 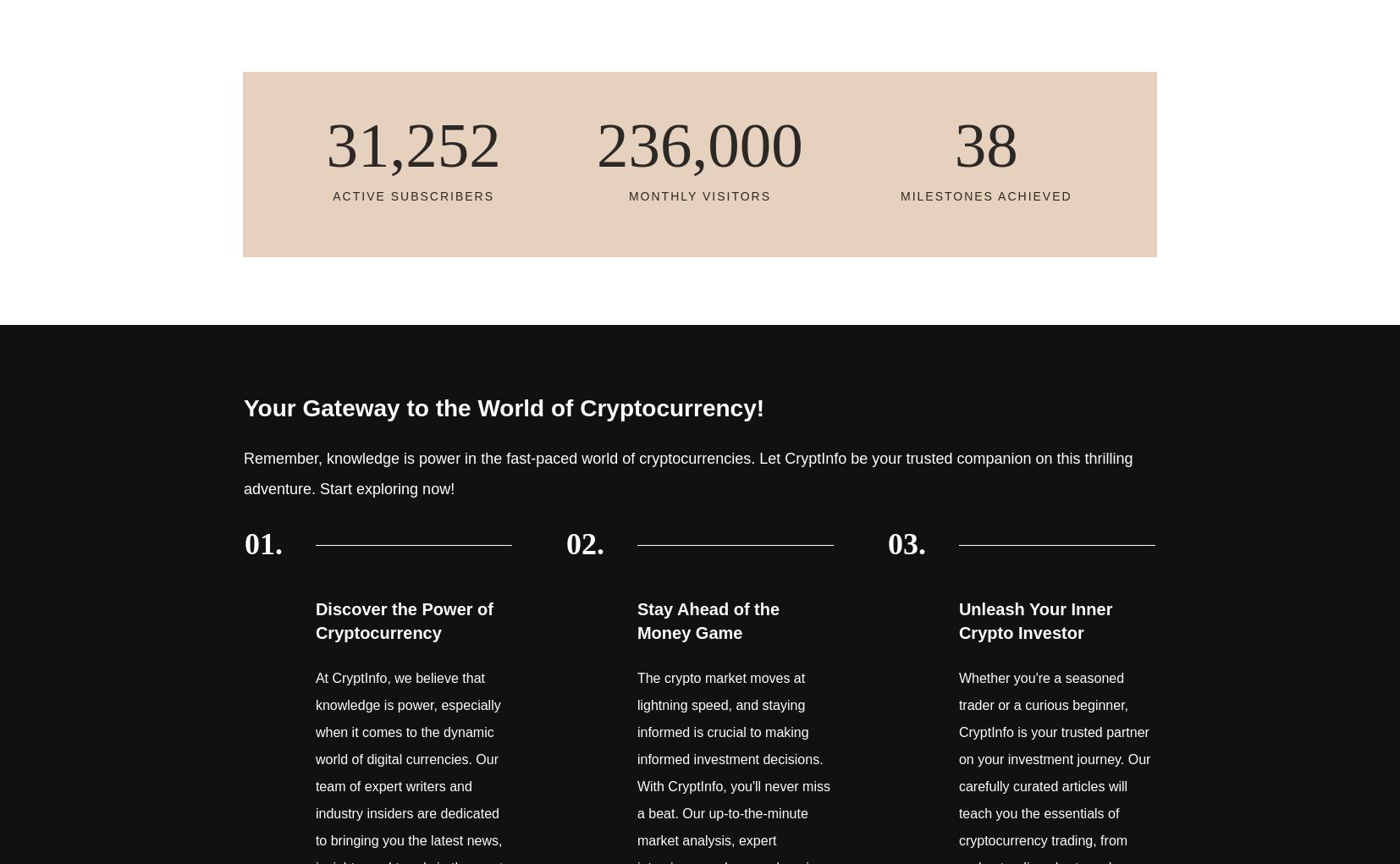 What do you see at coordinates (1033, 619) in the screenshot?
I see `'Unleash Your Inner Crypto Investor'` at bounding box center [1033, 619].